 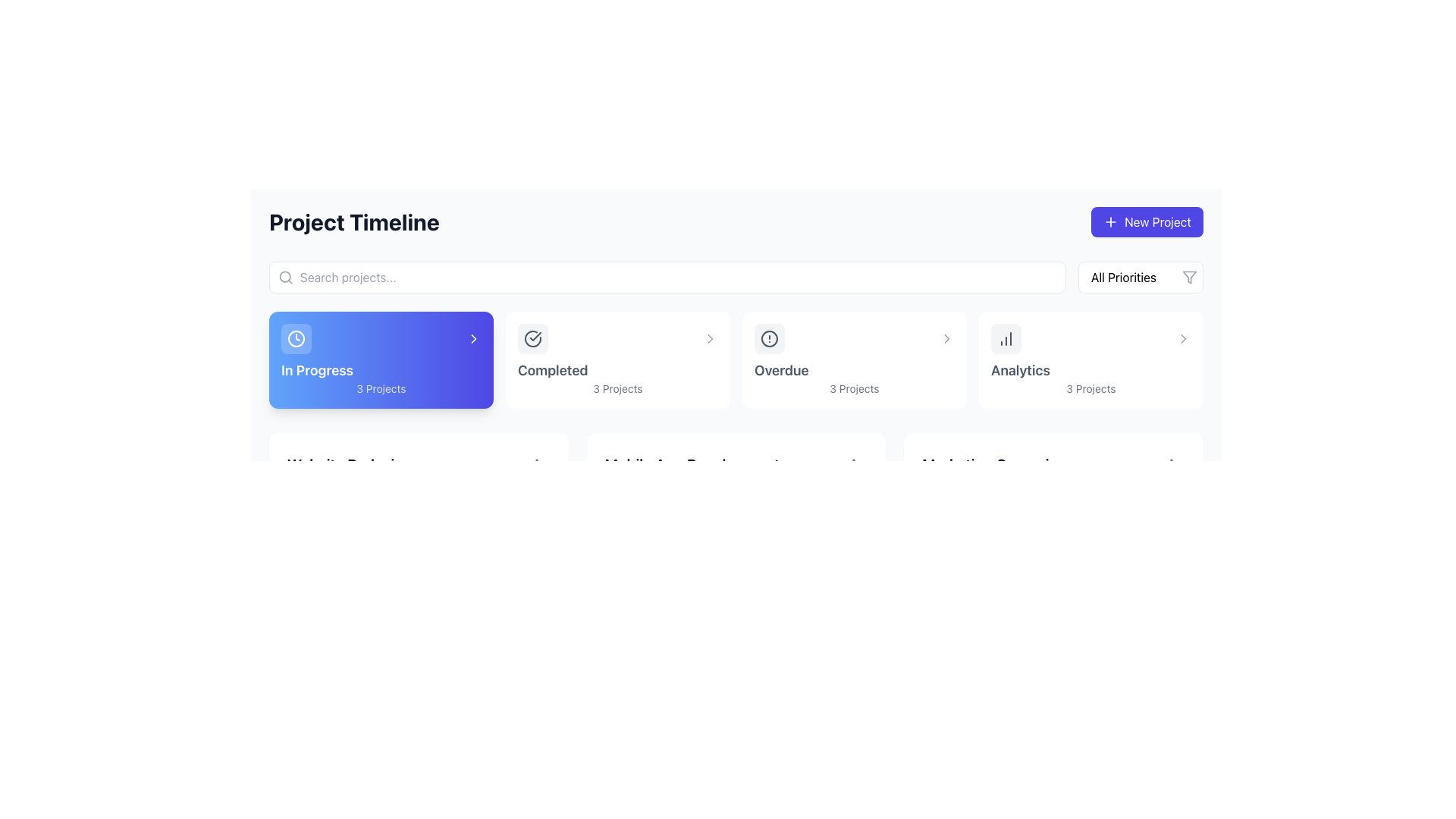 What do you see at coordinates (1006, 338) in the screenshot?
I see `the bar chart icon within the 'Analytics' card, which is the fourth card from the left in a row of similar cards` at bounding box center [1006, 338].